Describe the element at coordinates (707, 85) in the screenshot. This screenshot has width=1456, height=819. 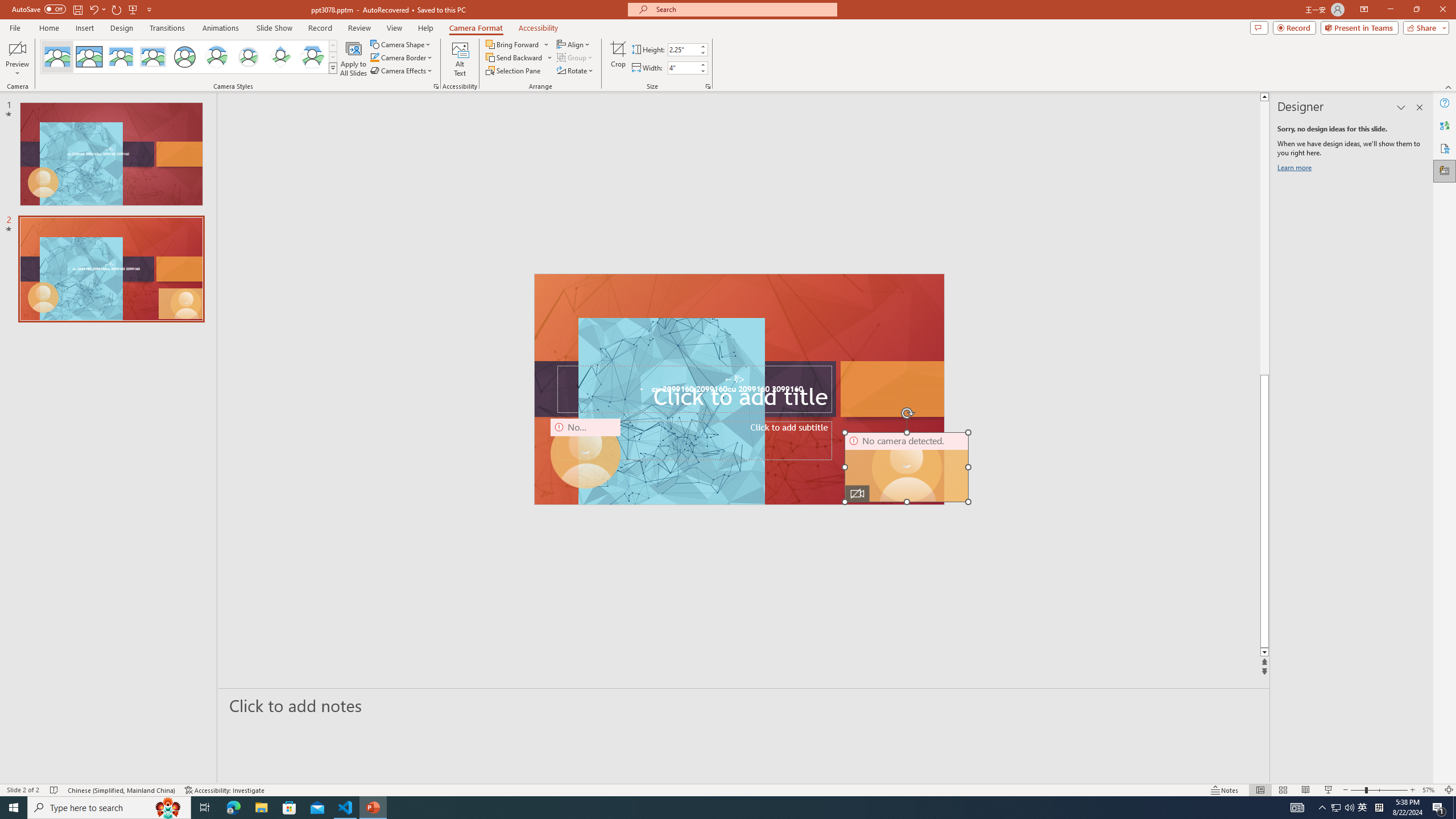
I see `'Size and Position...'` at that location.